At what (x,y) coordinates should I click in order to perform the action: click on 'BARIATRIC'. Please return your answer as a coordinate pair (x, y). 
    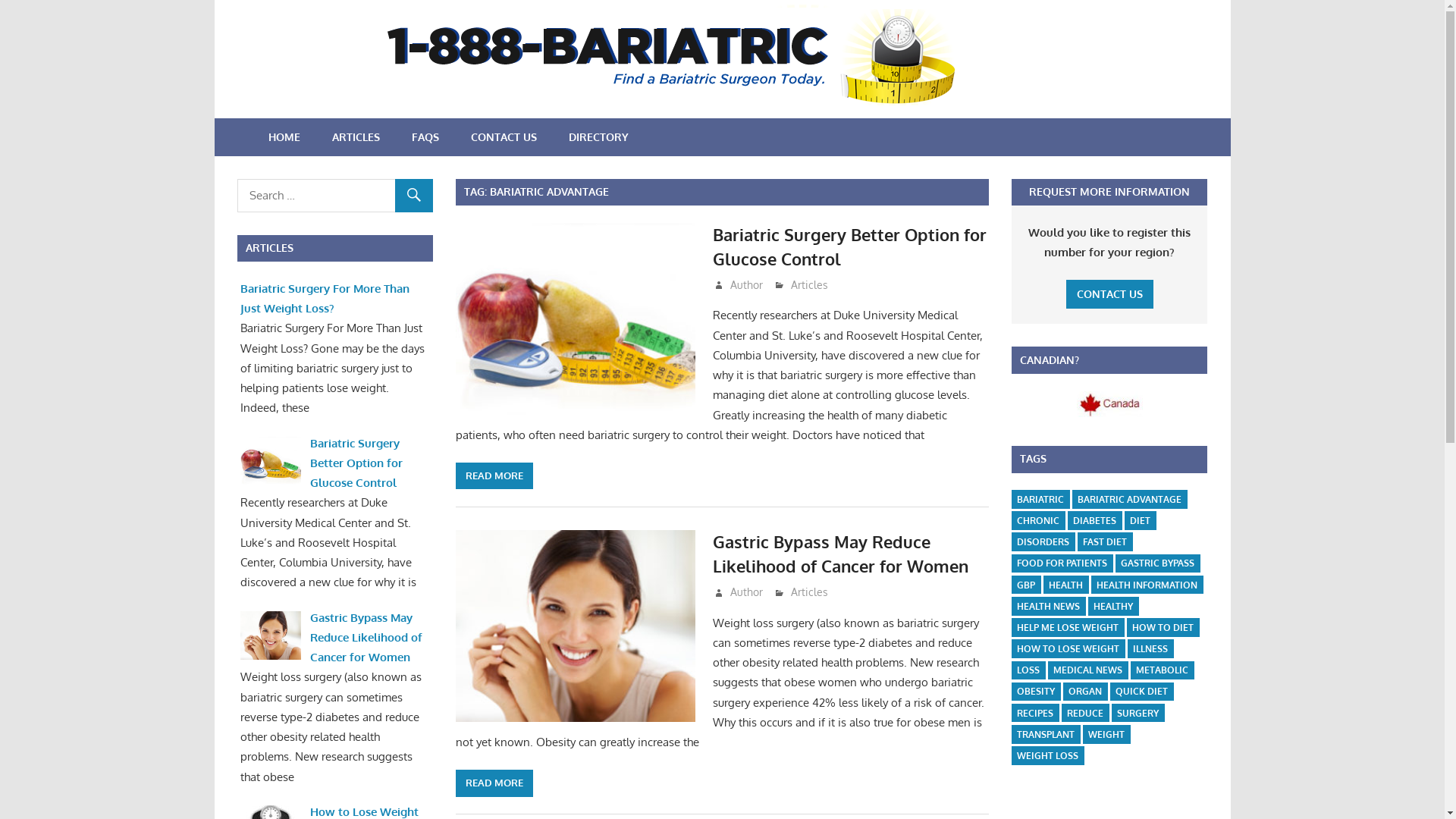
    Looking at the image, I should click on (1040, 499).